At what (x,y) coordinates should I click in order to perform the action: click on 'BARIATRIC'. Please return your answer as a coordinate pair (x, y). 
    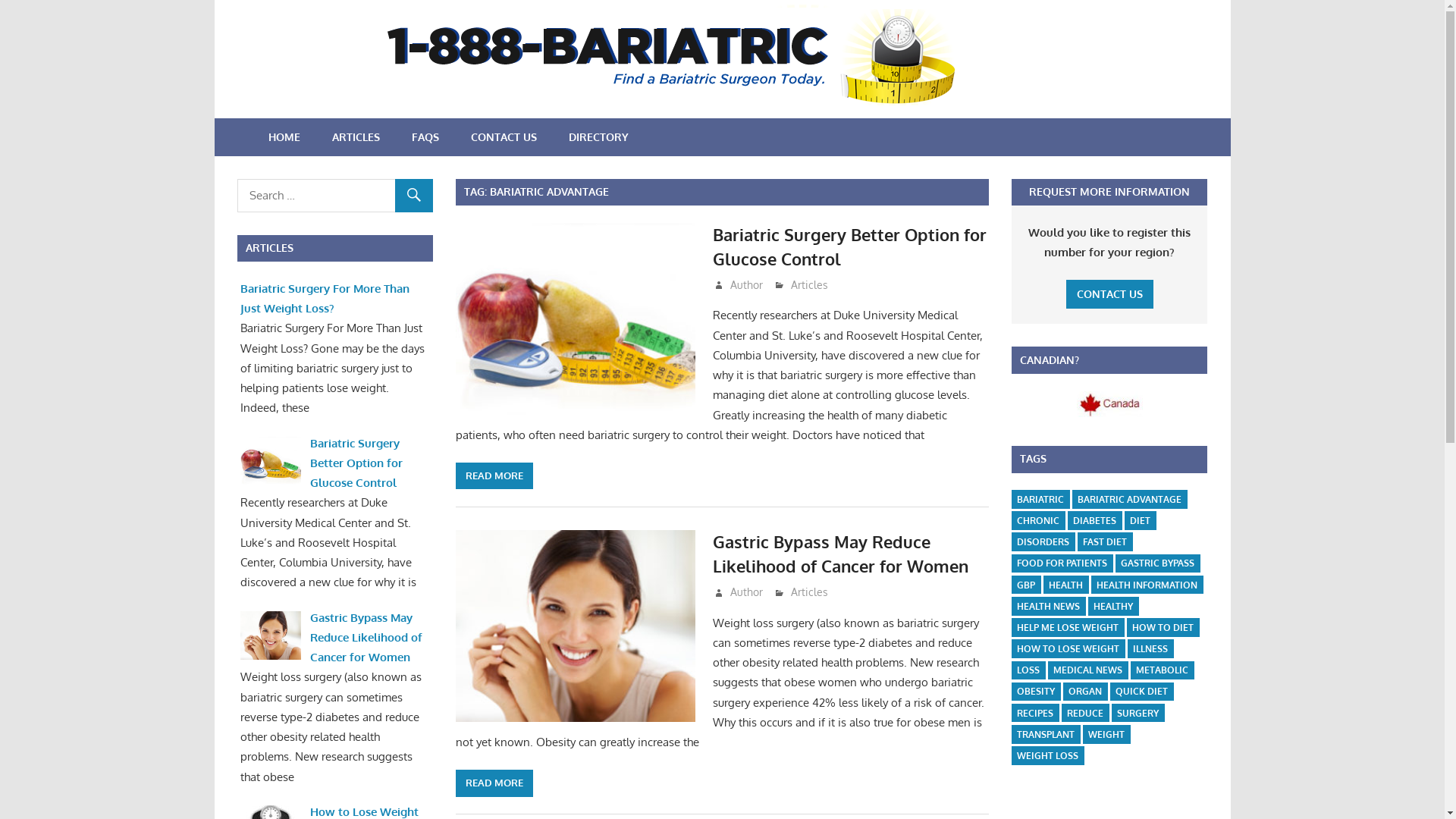
    Looking at the image, I should click on (1040, 499).